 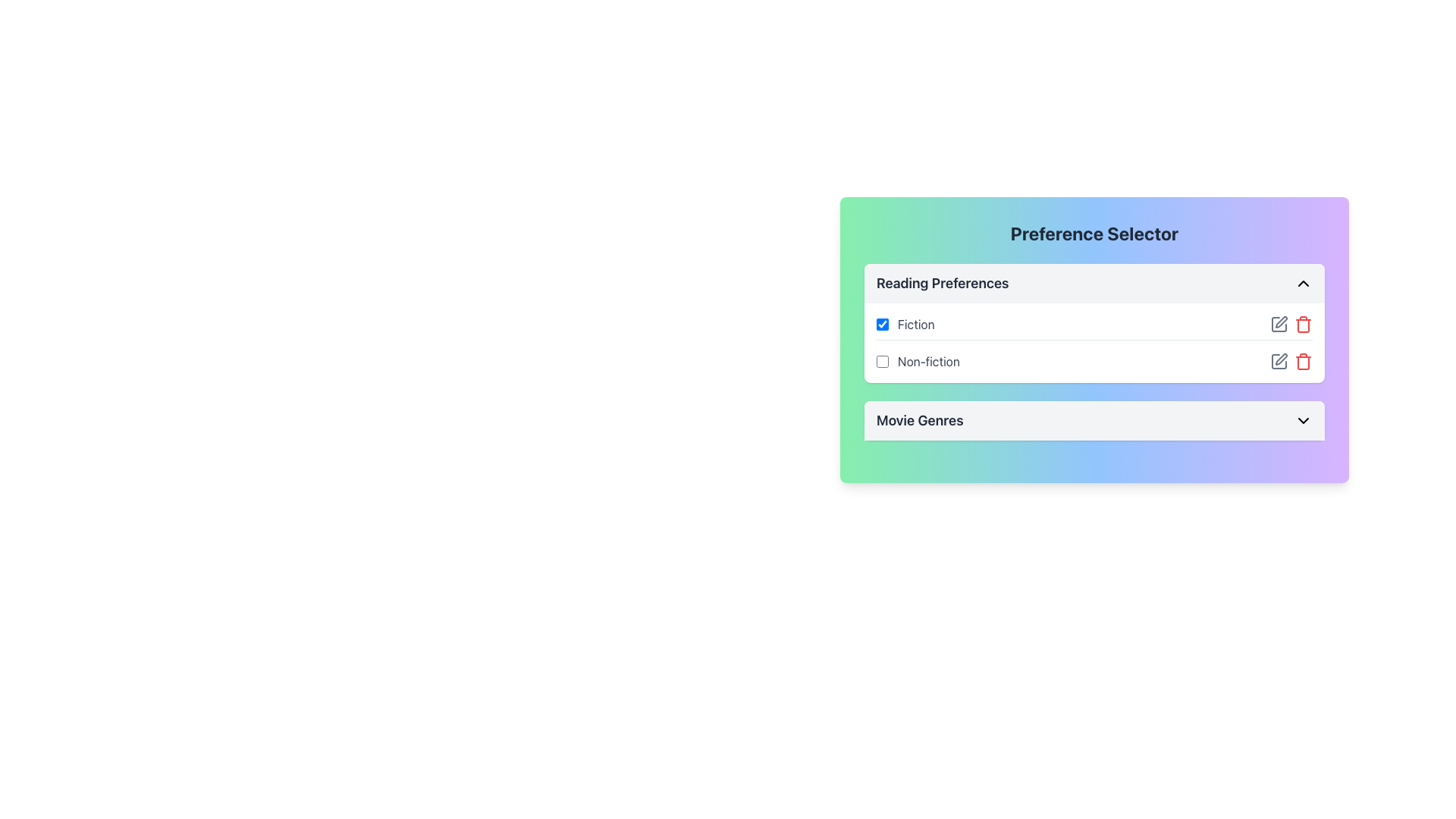 I want to click on the stylized pen icon button located near the right edge of the 'Fiction' preference in the 'Reading Preferences' section of the 'Preference Selector', so click(x=1280, y=321).